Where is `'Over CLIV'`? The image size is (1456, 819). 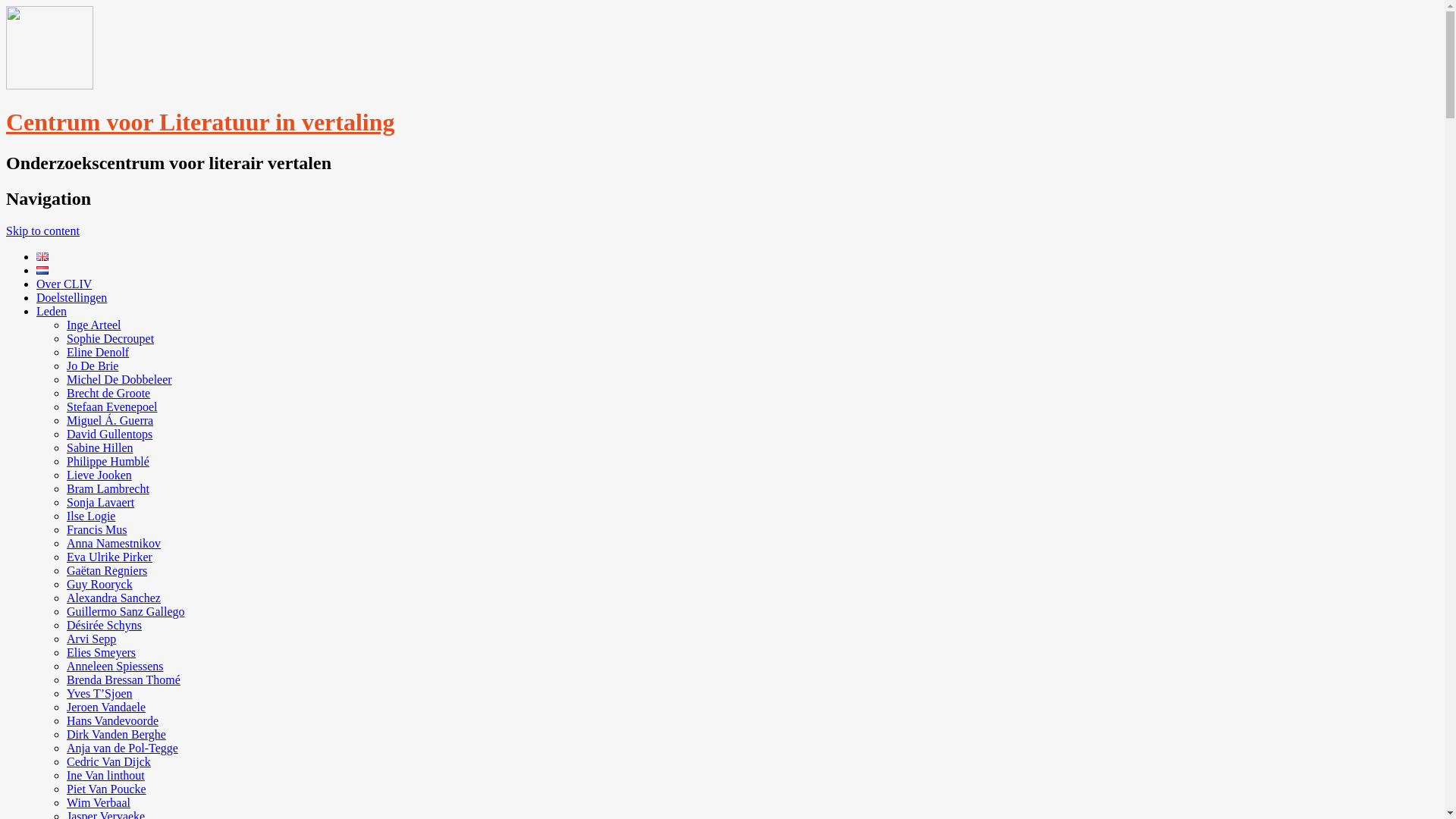
'Over CLIV' is located at coordinates (36, 284).